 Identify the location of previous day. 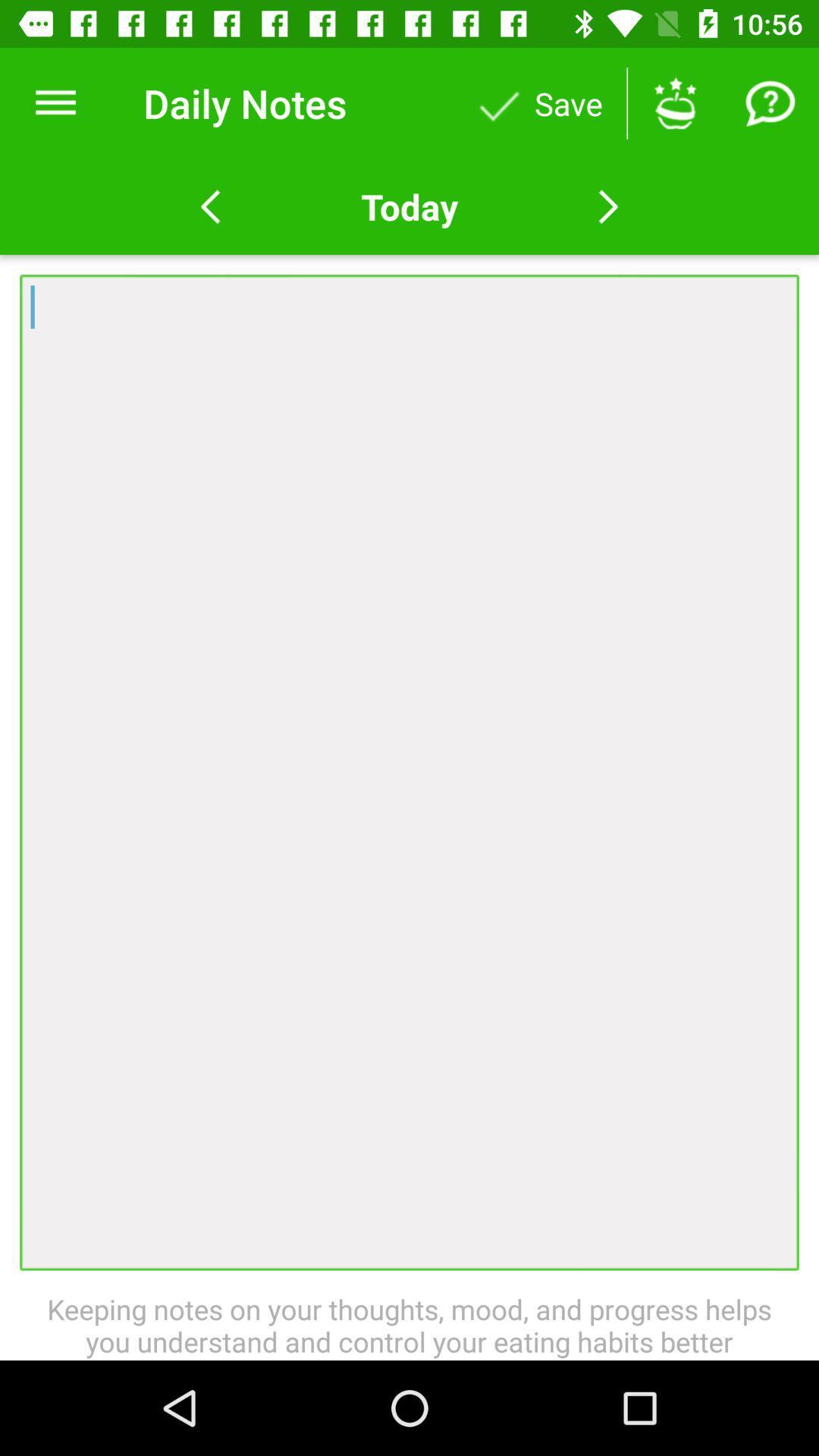
(210, 206).